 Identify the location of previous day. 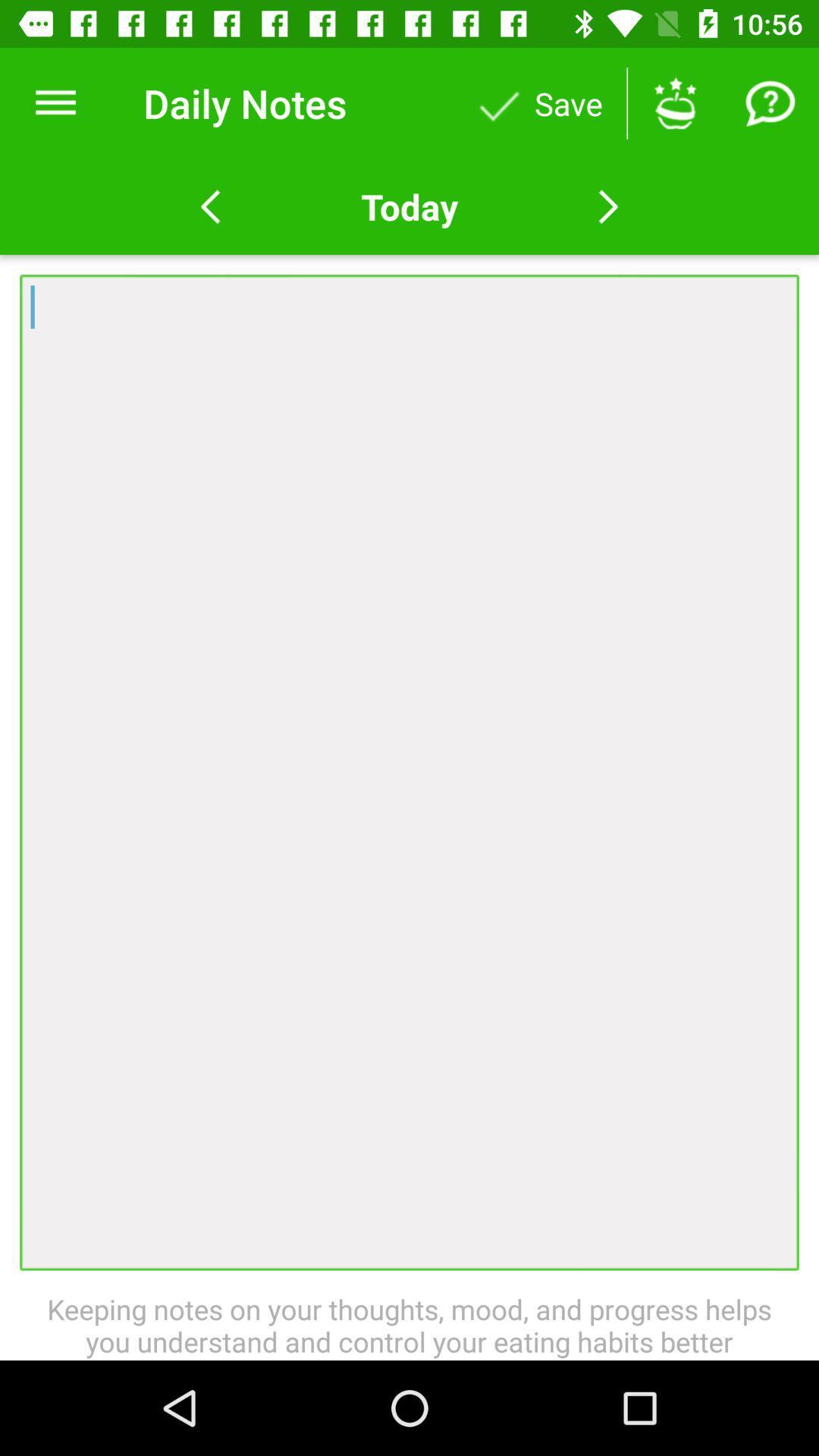
(210, 206).